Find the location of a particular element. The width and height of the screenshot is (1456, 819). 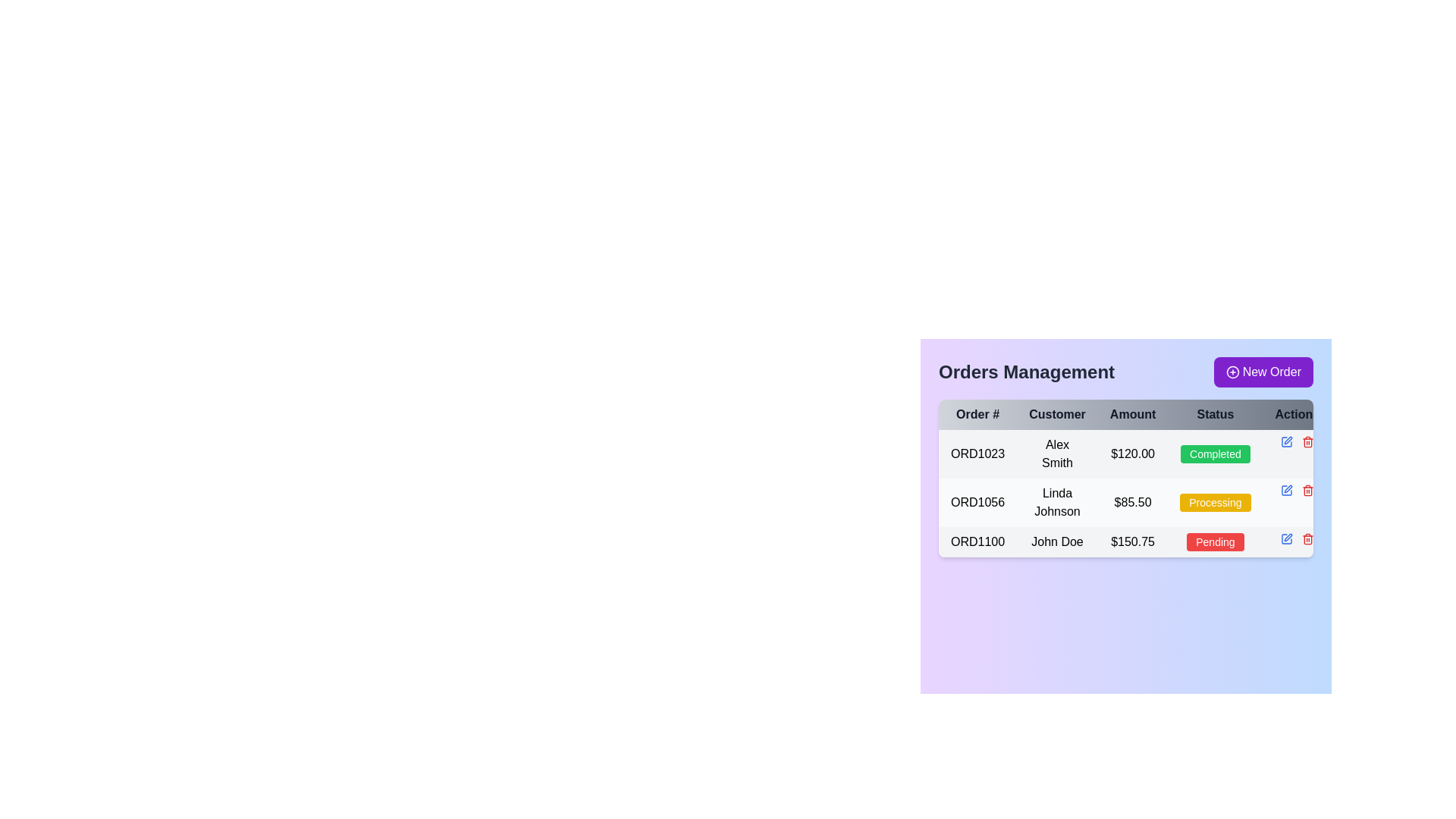

the text label representing the order identifier in the third row of the table under the 'Order #' column is located at coordinates (977, 541).